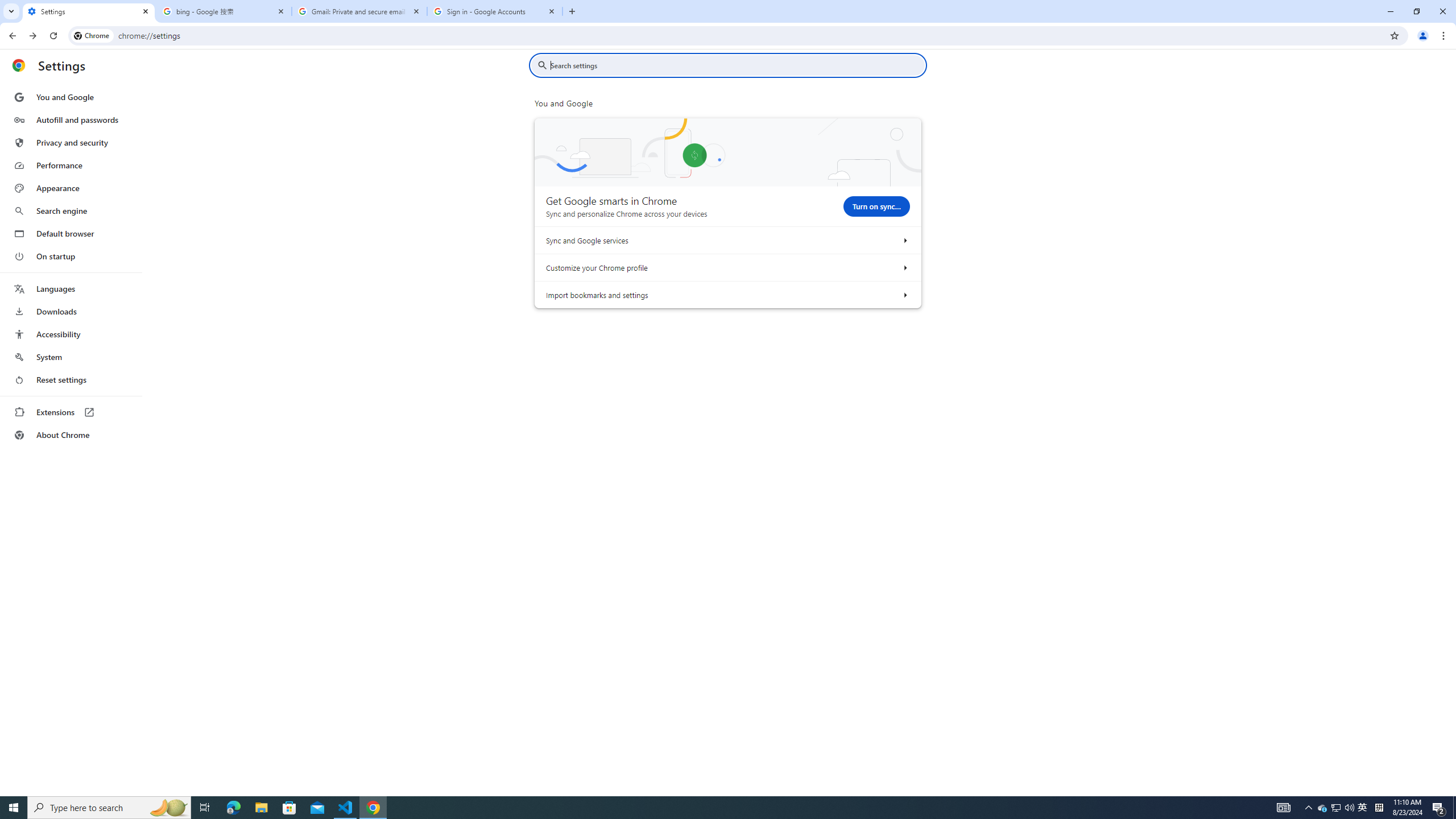 Image resolution: width=1456 pixels, height=819 pixels. What do you see at coordinates (70, 142) in the screenshot?
I see `'Privacy and security'` at bounding box center [70, 142].